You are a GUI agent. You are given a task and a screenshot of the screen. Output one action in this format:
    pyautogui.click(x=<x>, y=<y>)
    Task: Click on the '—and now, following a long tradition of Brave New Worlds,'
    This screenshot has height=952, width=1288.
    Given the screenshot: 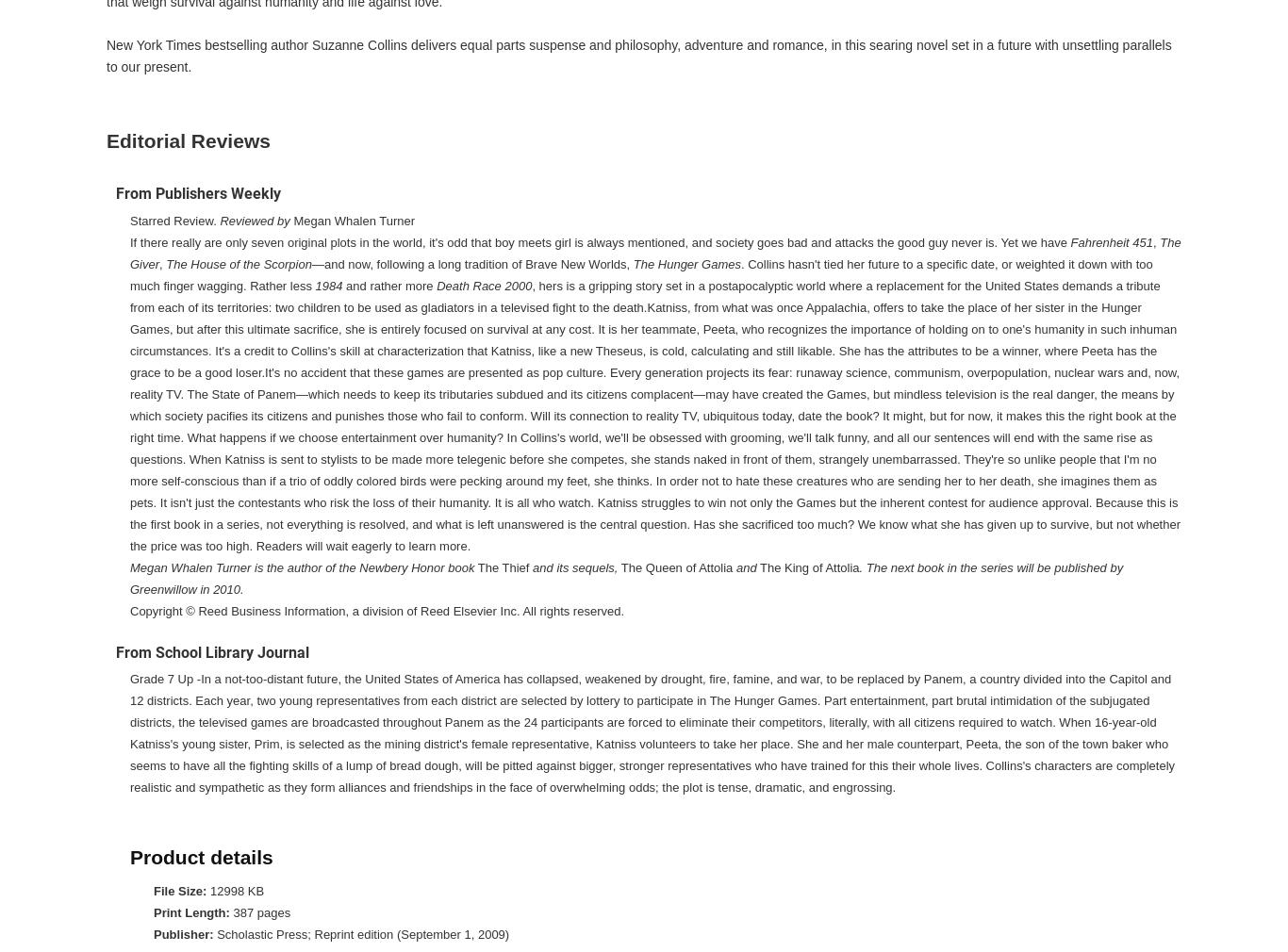 What is the action you would take?
    pyautogui.click(x=471, y=263)
    